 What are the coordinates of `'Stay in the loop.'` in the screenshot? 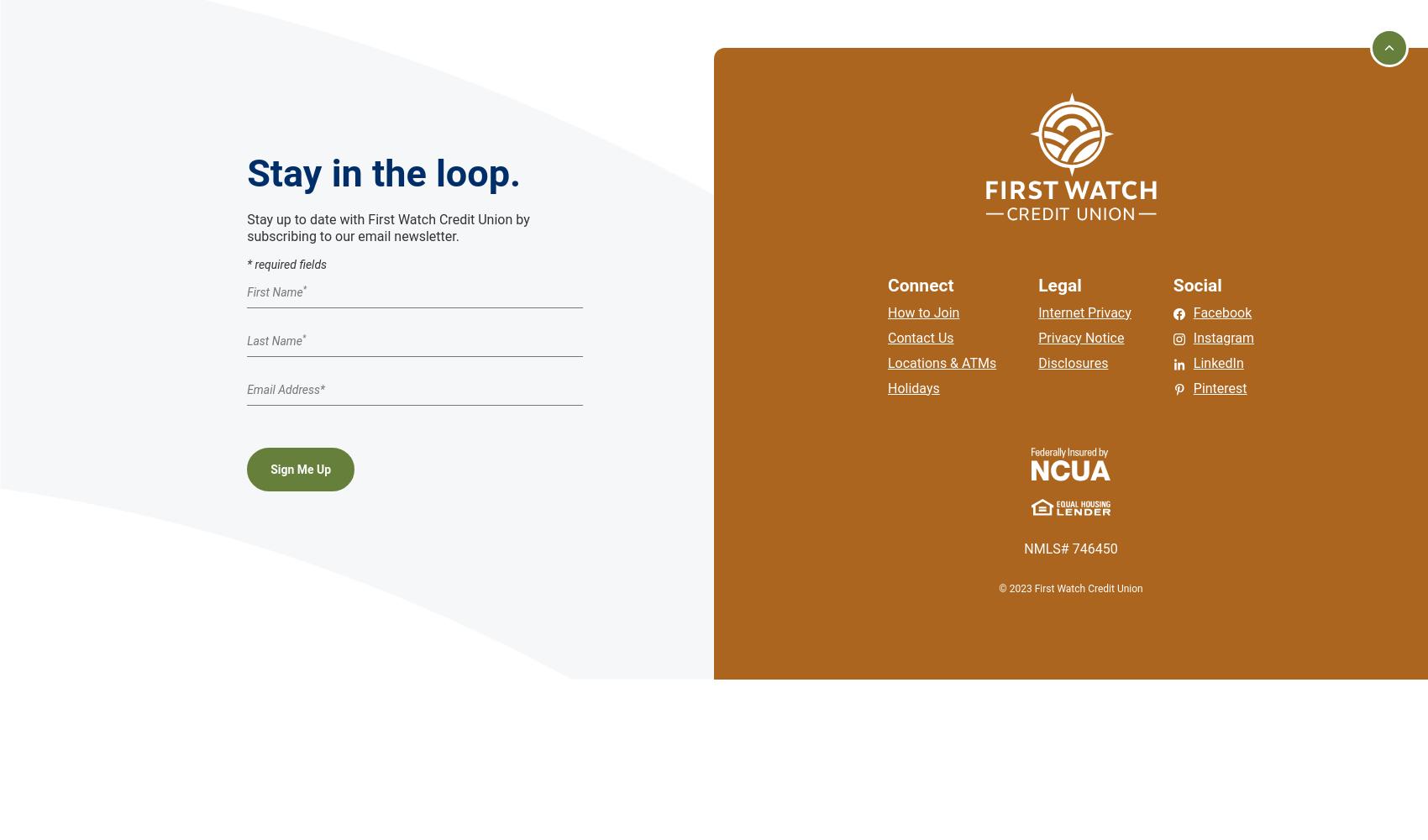 It's located at (383, 171).